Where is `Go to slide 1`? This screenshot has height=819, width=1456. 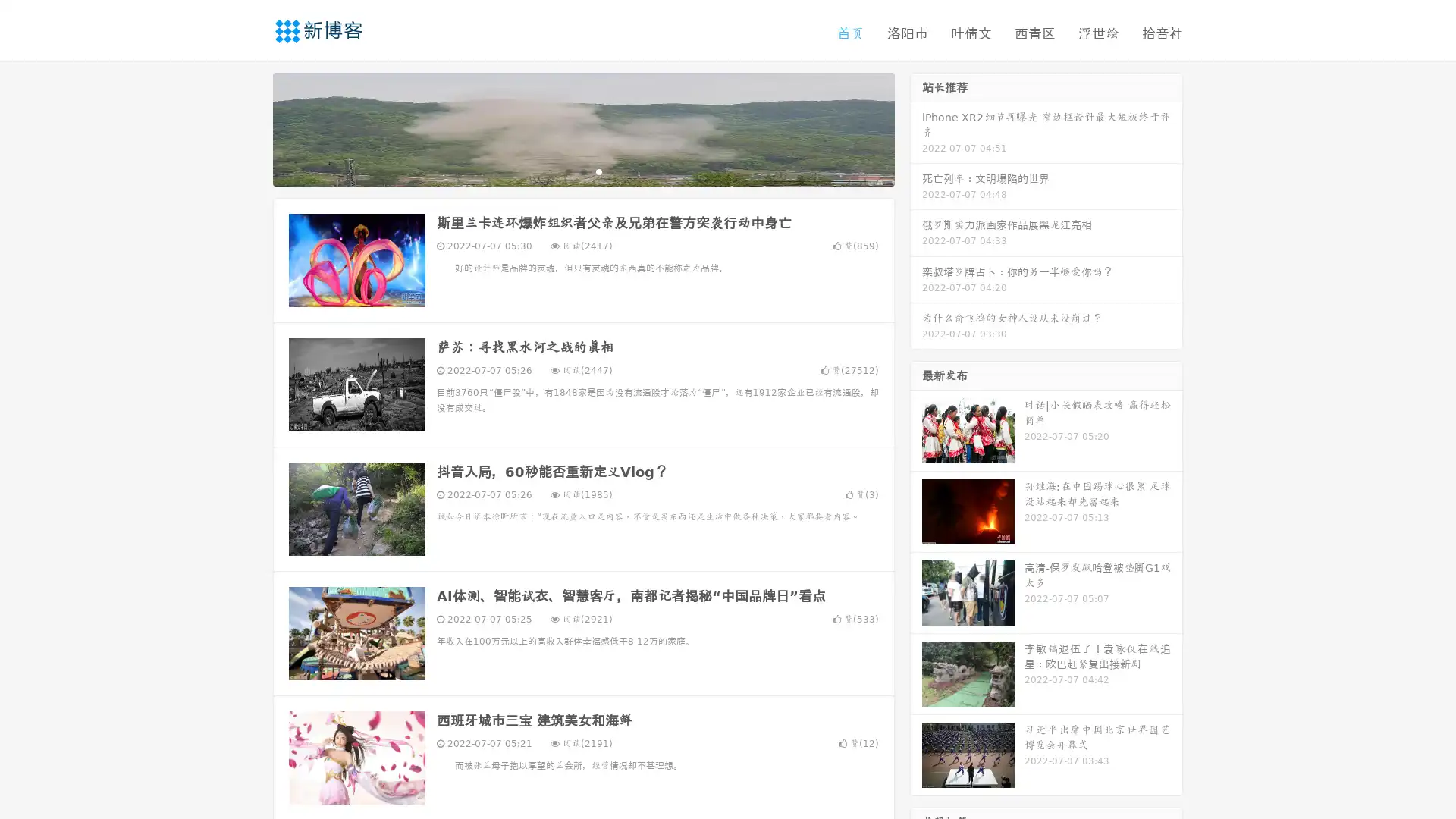
Go to slide 1 is located at coordinates (567, 171).